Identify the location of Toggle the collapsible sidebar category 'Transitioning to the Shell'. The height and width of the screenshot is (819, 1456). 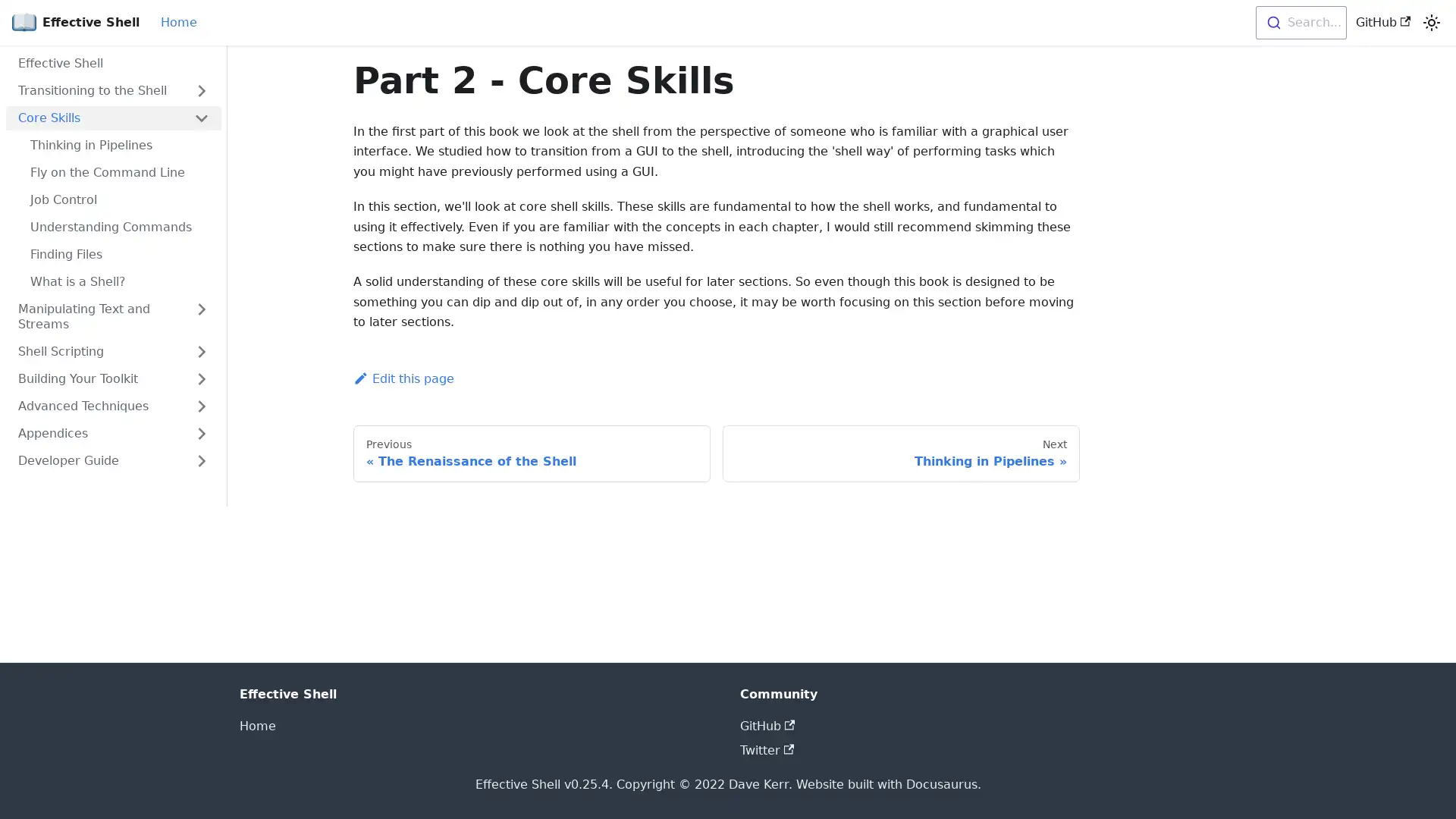
(200, 90).